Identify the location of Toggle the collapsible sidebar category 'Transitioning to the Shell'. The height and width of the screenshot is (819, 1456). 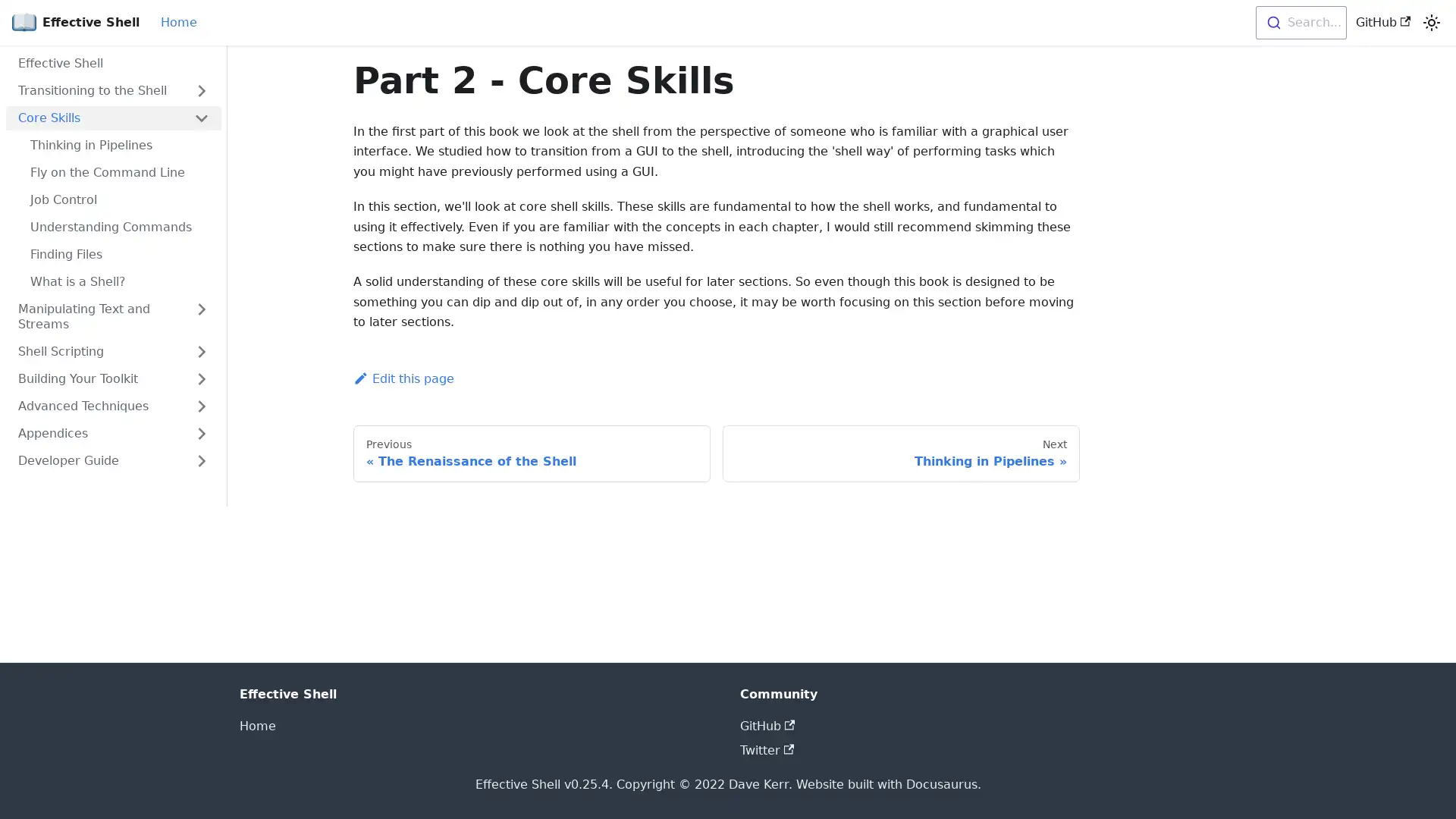
(200, 90).